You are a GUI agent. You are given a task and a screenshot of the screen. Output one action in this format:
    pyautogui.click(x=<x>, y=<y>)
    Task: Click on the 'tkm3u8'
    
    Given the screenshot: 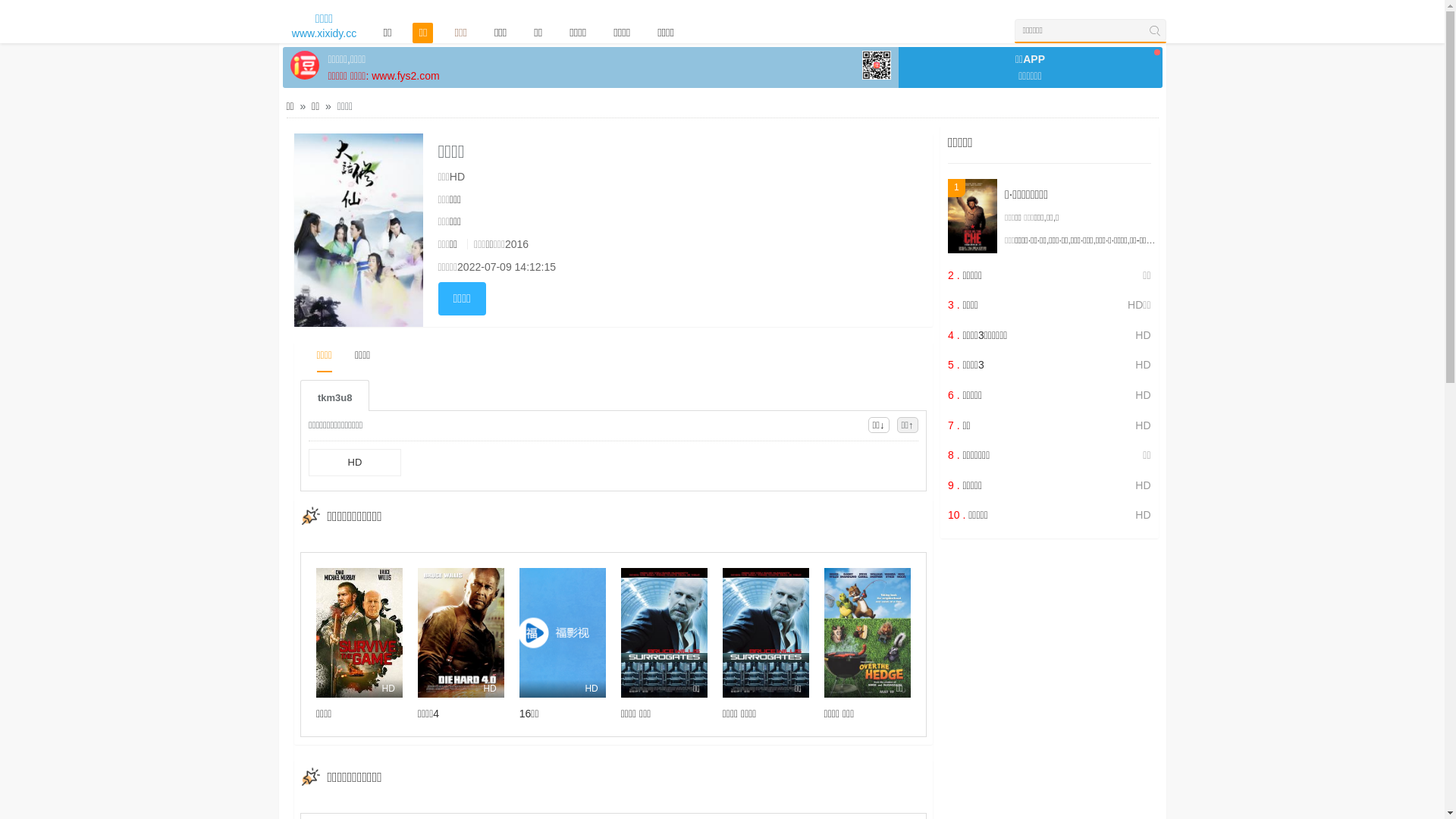 What is the action you would take?
    pyautogui.click(x=300, y=394)
    